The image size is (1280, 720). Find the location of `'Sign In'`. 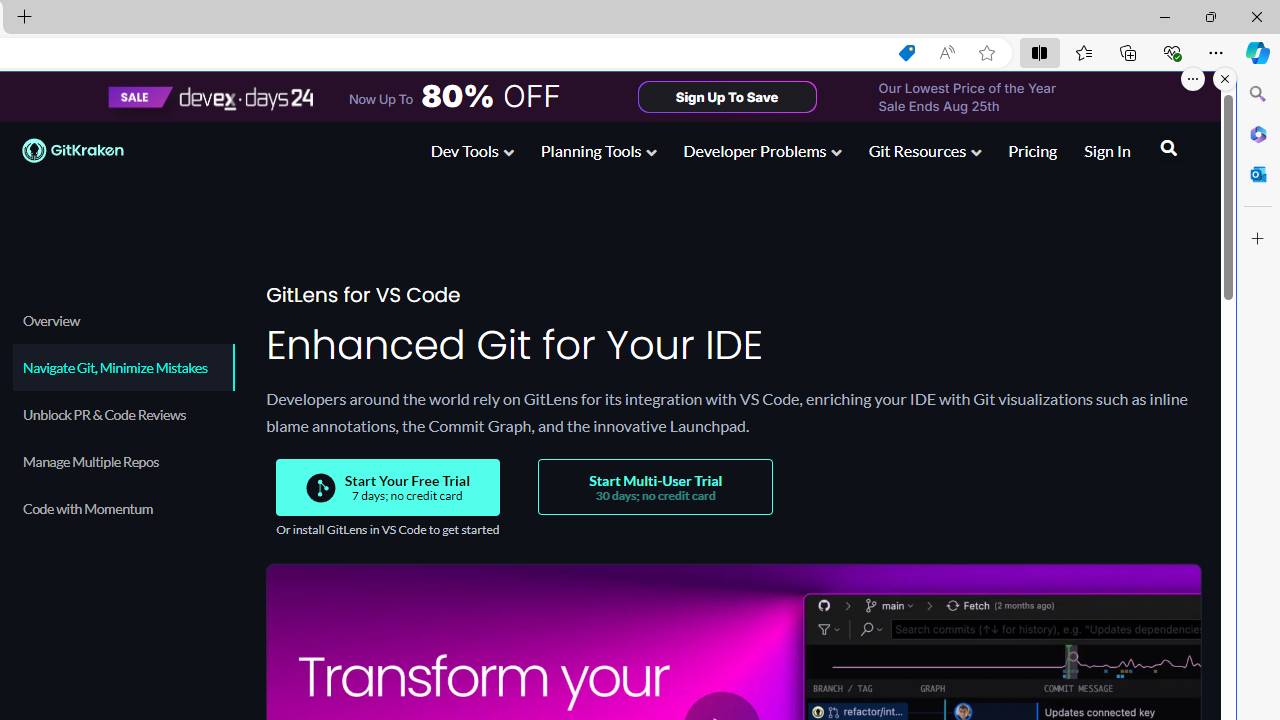

'Sign In' is located at coordinates (1106, 149).